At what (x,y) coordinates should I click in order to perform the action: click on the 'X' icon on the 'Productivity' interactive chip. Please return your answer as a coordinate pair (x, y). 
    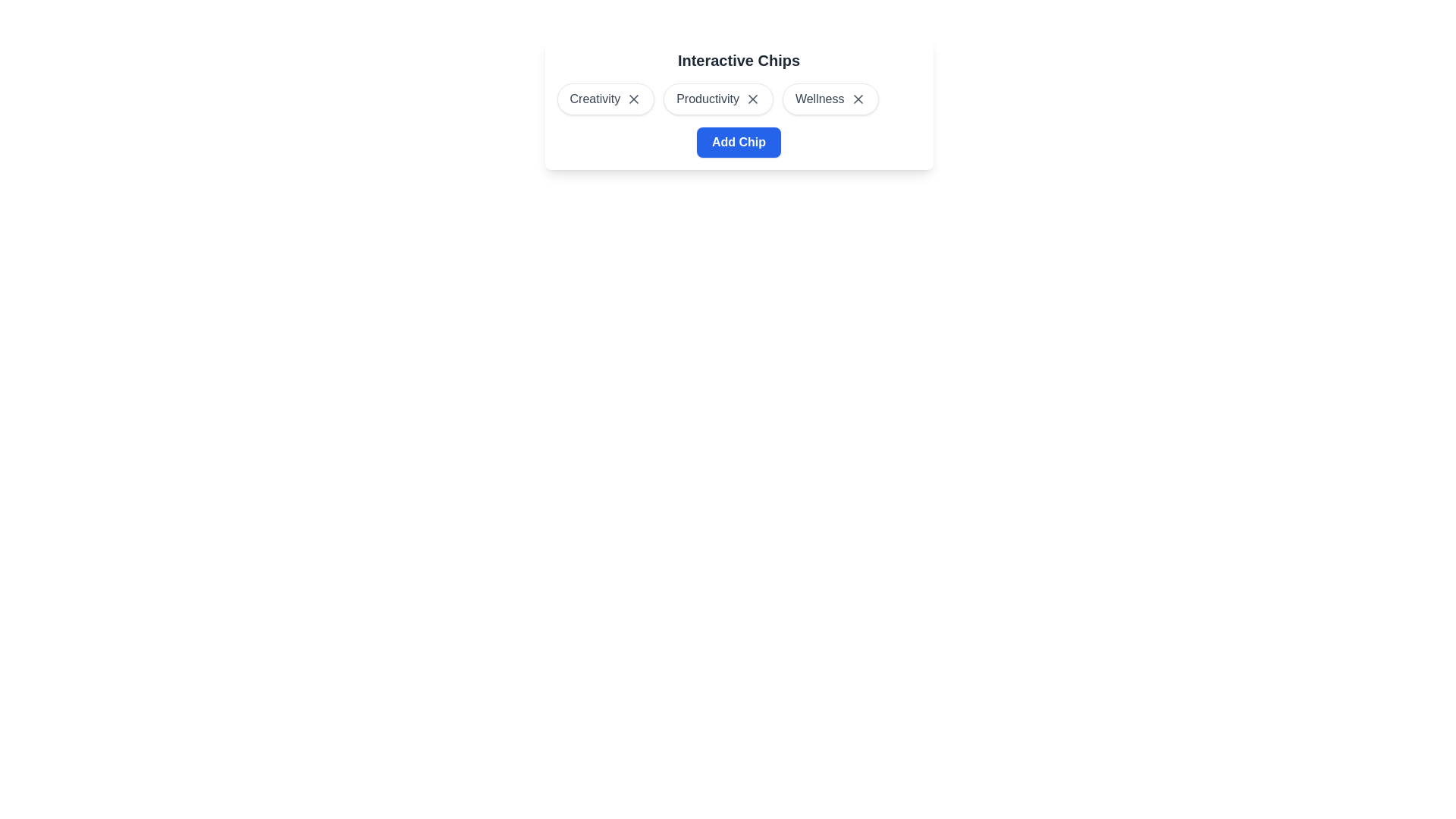
    Looking at the image, I should click on (752, 99).